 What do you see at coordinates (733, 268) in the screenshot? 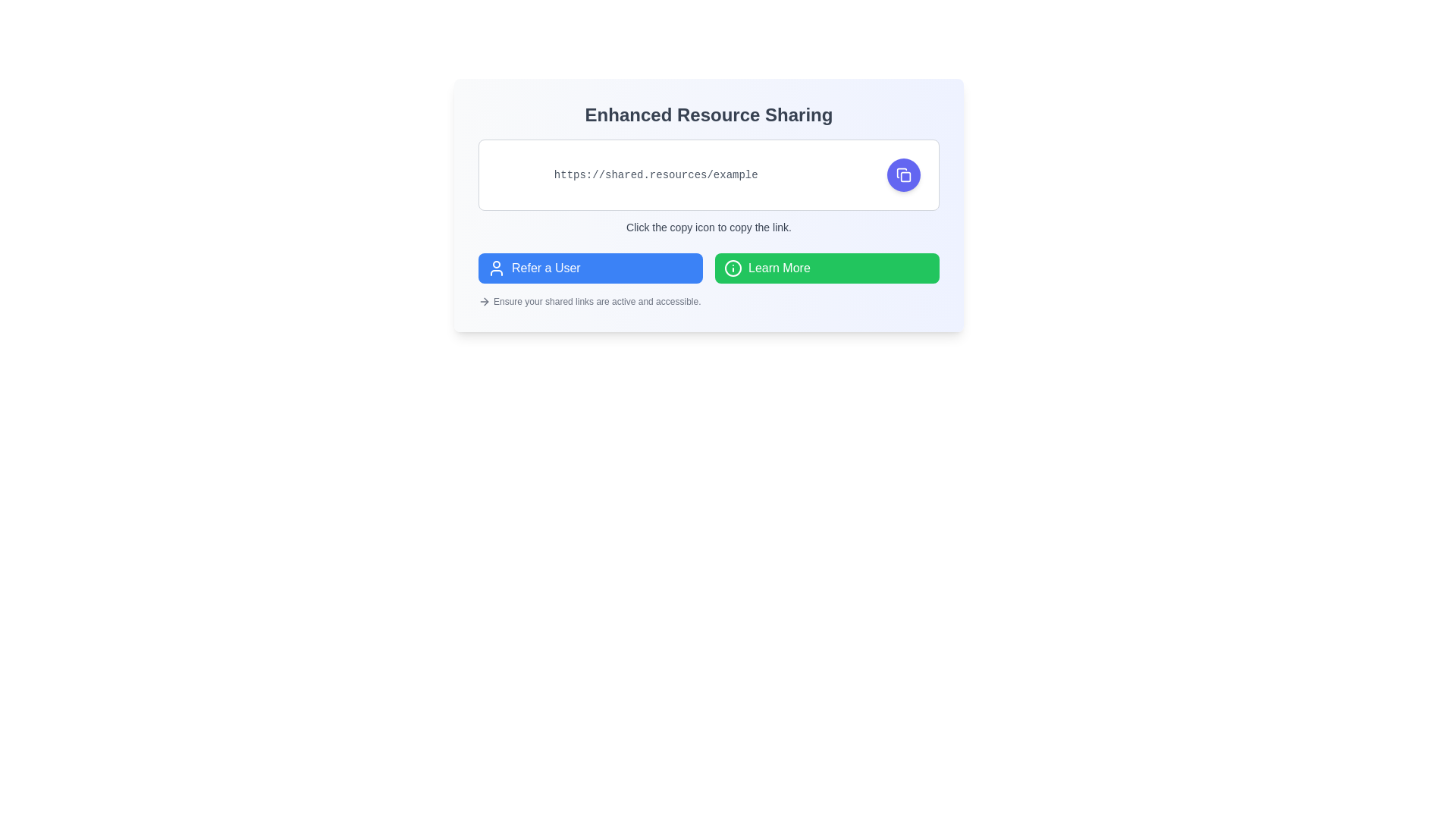
I see `the circular shape within the SVG group that represents part of the information icon, located near the right-hand side of the green 'Learn More' button` at bounding box center [733, 268].